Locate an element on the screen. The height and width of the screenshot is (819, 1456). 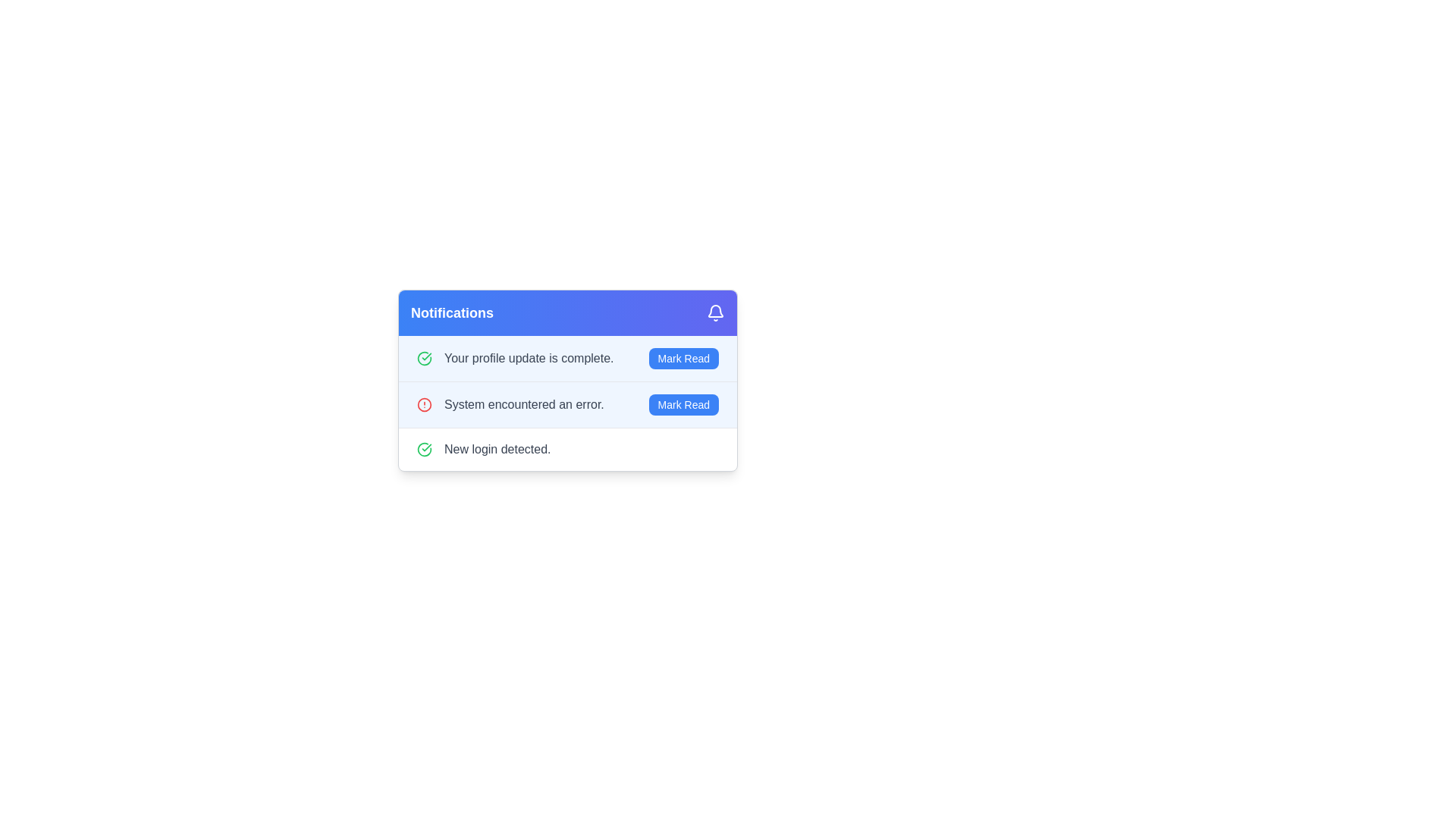
the notification item that indicates 'New login detected.' by moving the cursor to its center point is located at coordinates (566, 448).